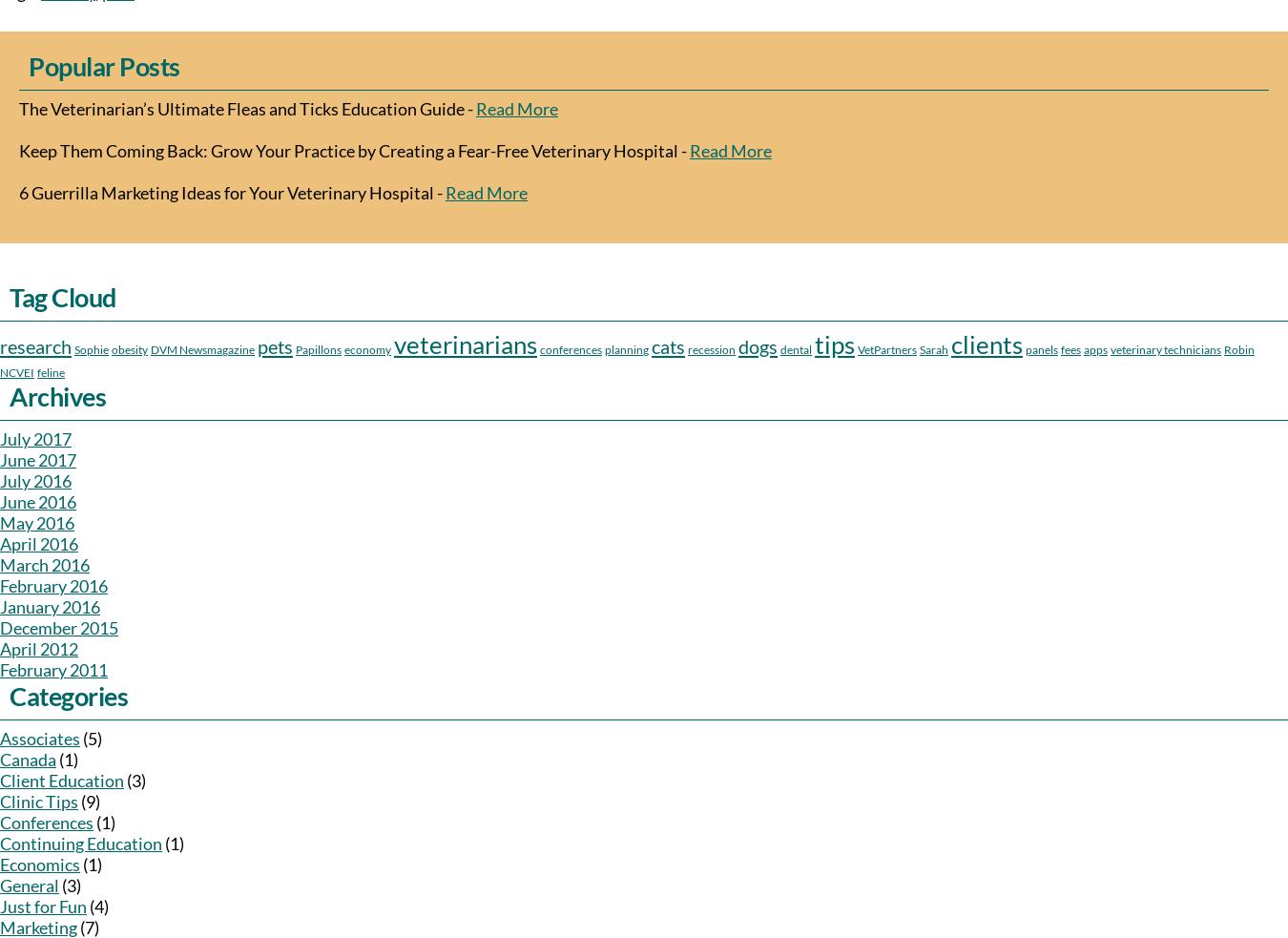 The image size is (1288, 938). What do you see at coordinates (15, 371) in the screenshot?
I see `'NCVEI'` at bounding box center [15, 371].